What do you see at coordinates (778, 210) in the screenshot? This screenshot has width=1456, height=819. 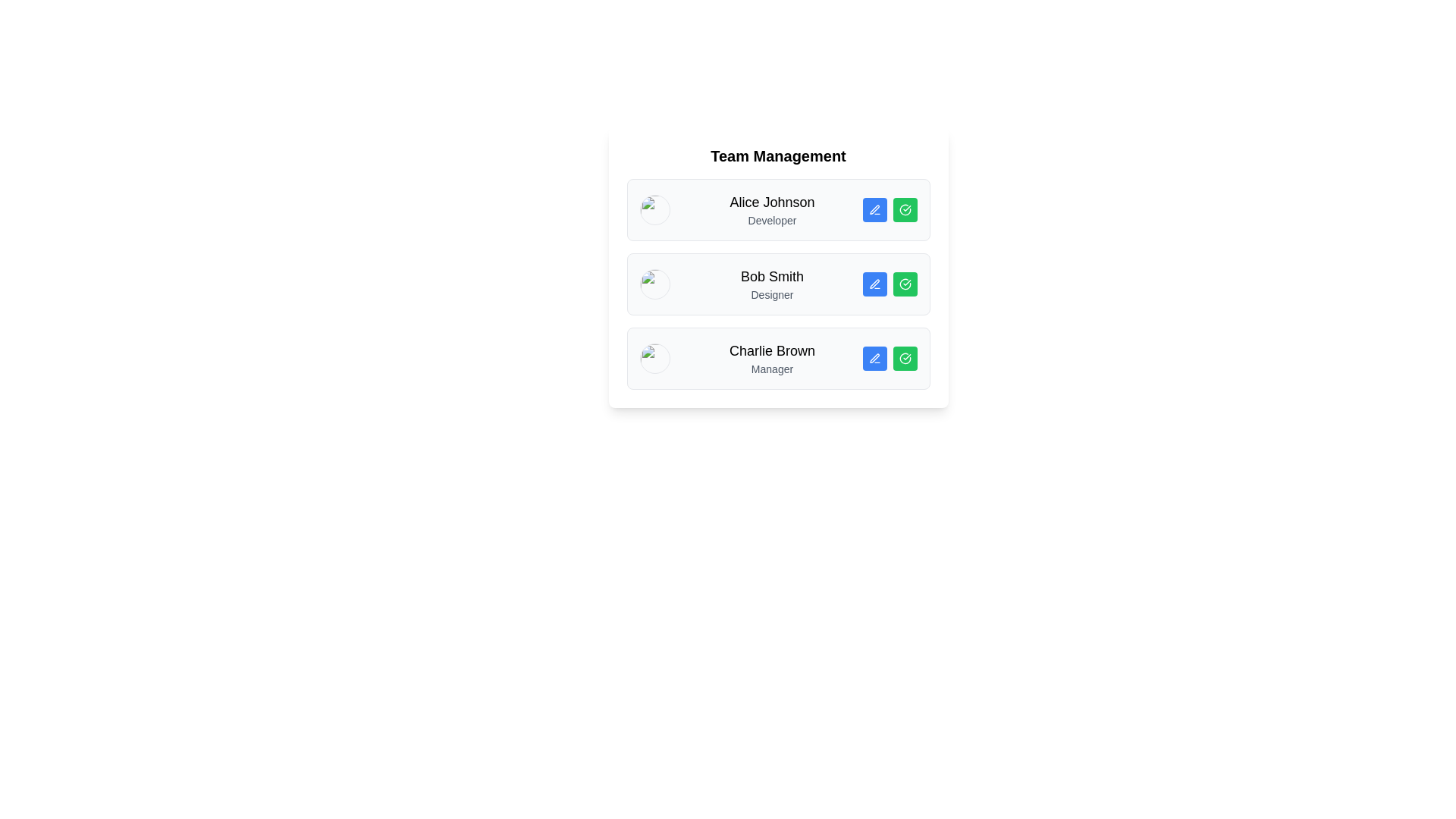 I see `the profile picture of the user profile summary for 'Alice Johnson', which is the first item in the list of team members` at bounding box center [778, 210].